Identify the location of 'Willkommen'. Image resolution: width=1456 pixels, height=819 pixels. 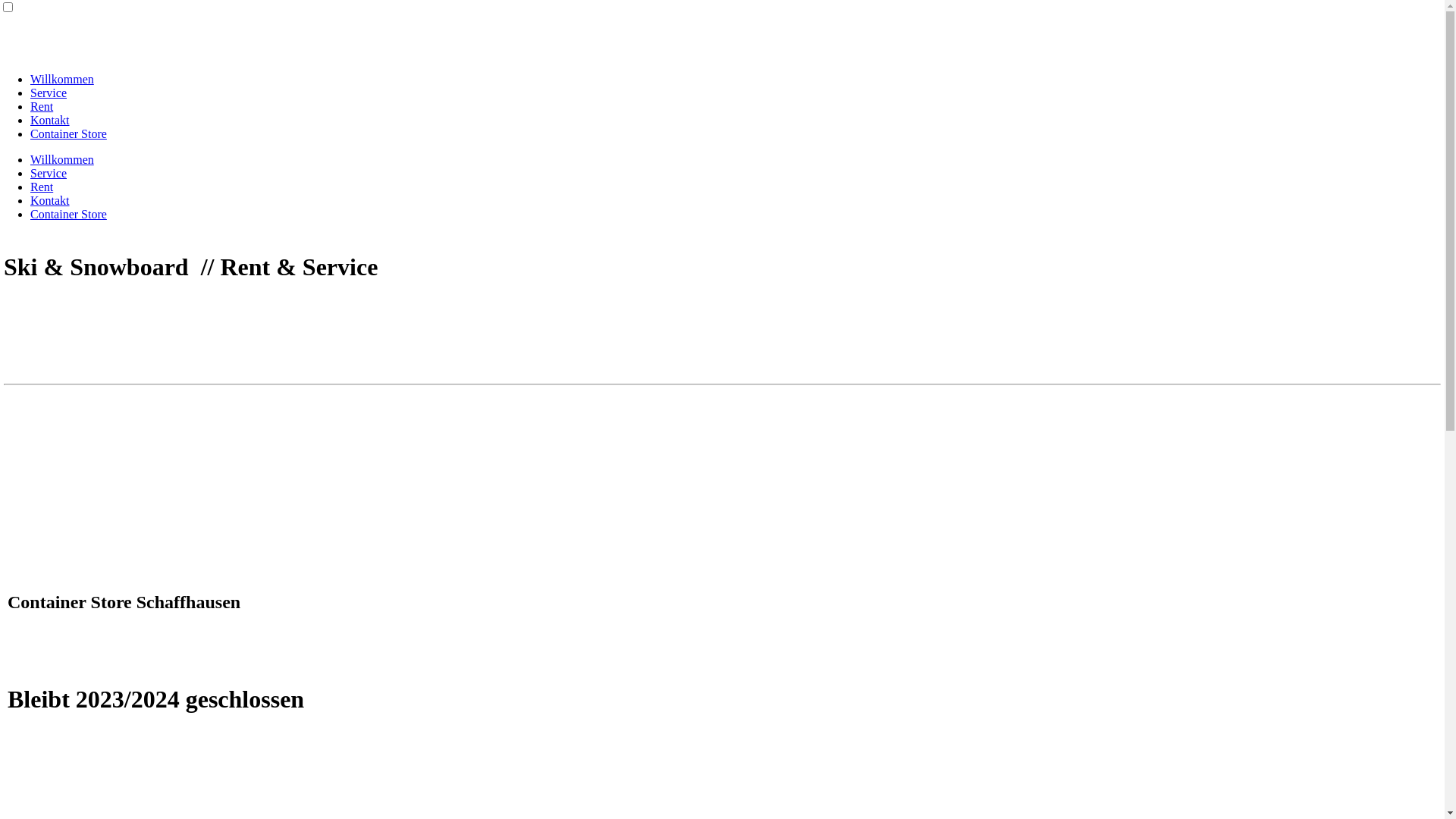
(61, 79).